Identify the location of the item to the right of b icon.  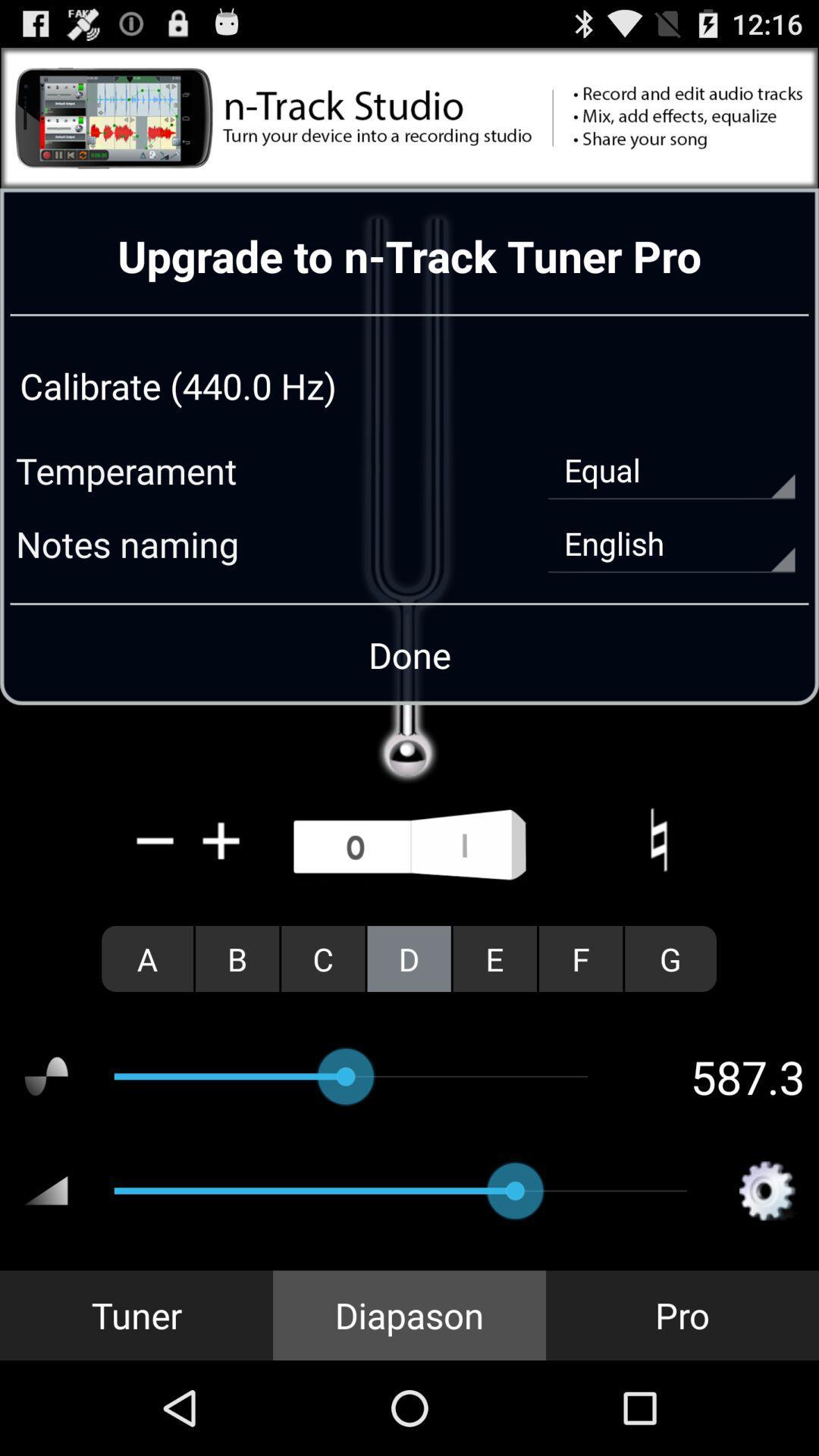
(322, 958).